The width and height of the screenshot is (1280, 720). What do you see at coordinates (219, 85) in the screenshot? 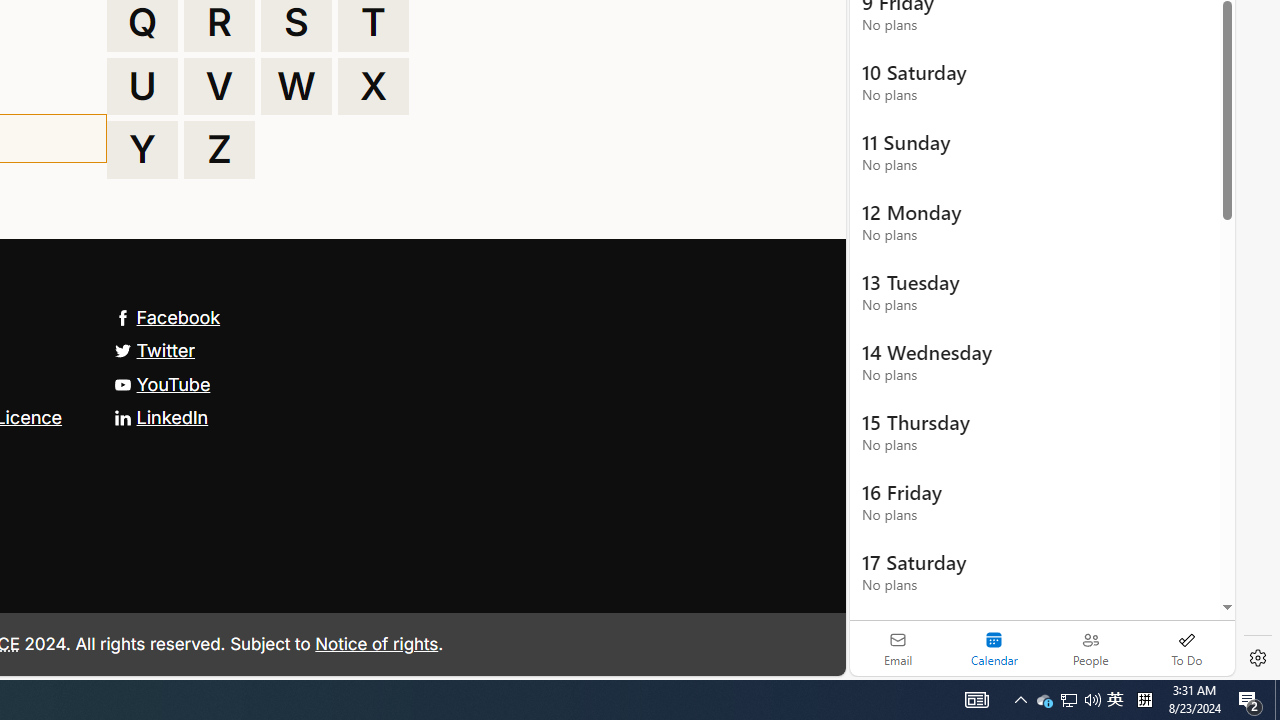
I see `'V'` at bounding box center [219, 85].